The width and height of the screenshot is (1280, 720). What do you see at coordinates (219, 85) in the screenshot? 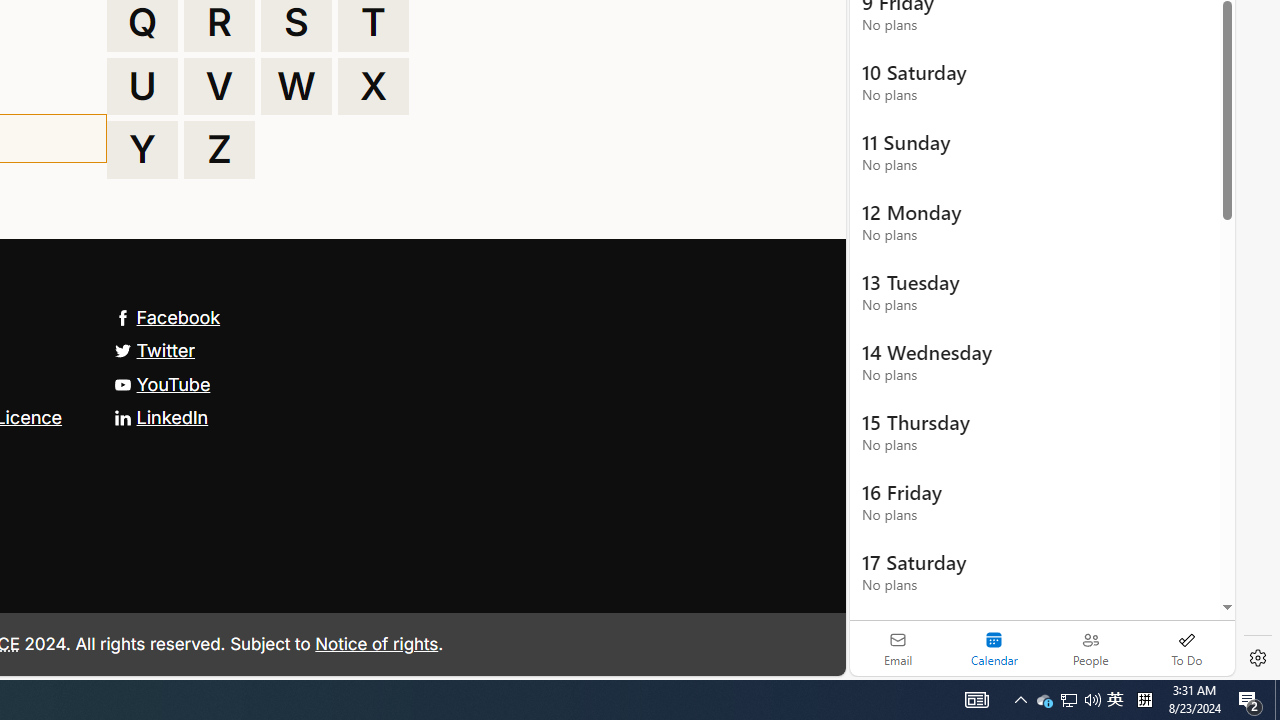
I see `'V'` at bounding box center [219, 85].